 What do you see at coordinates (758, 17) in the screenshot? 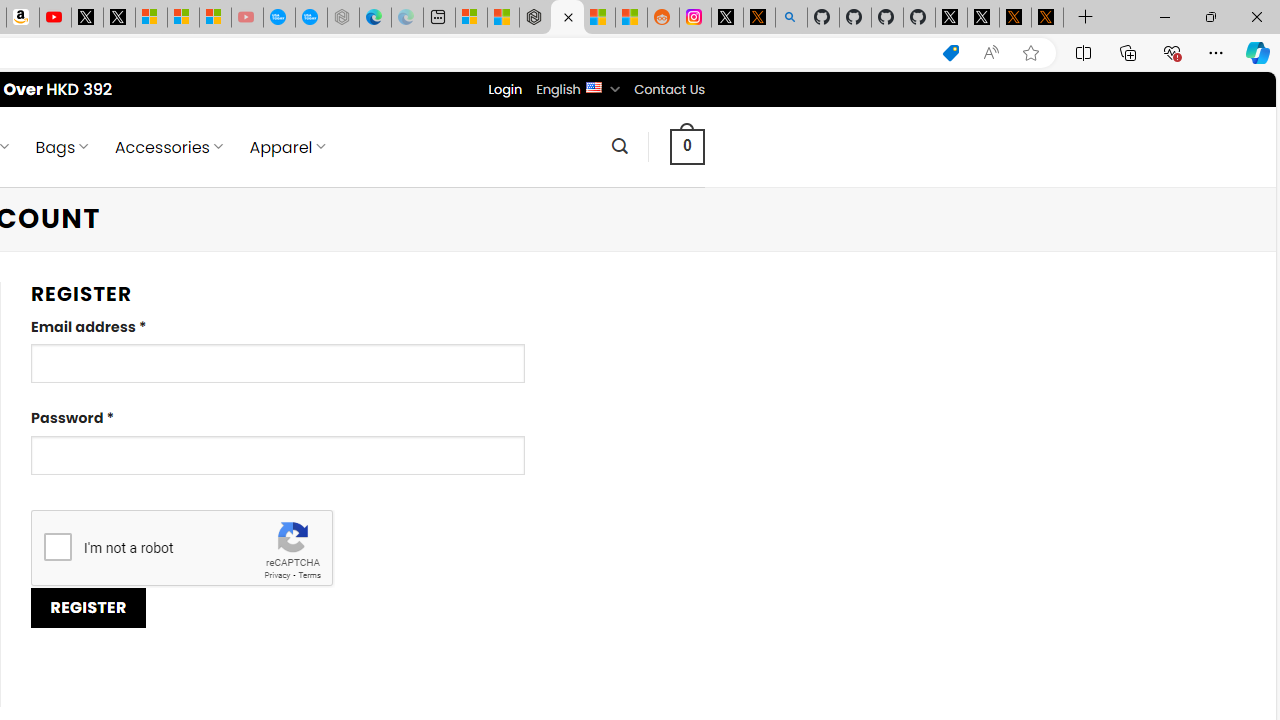
I see `'help.x.com | 524: A timeout occurred'` at bounding box center [758, 17].